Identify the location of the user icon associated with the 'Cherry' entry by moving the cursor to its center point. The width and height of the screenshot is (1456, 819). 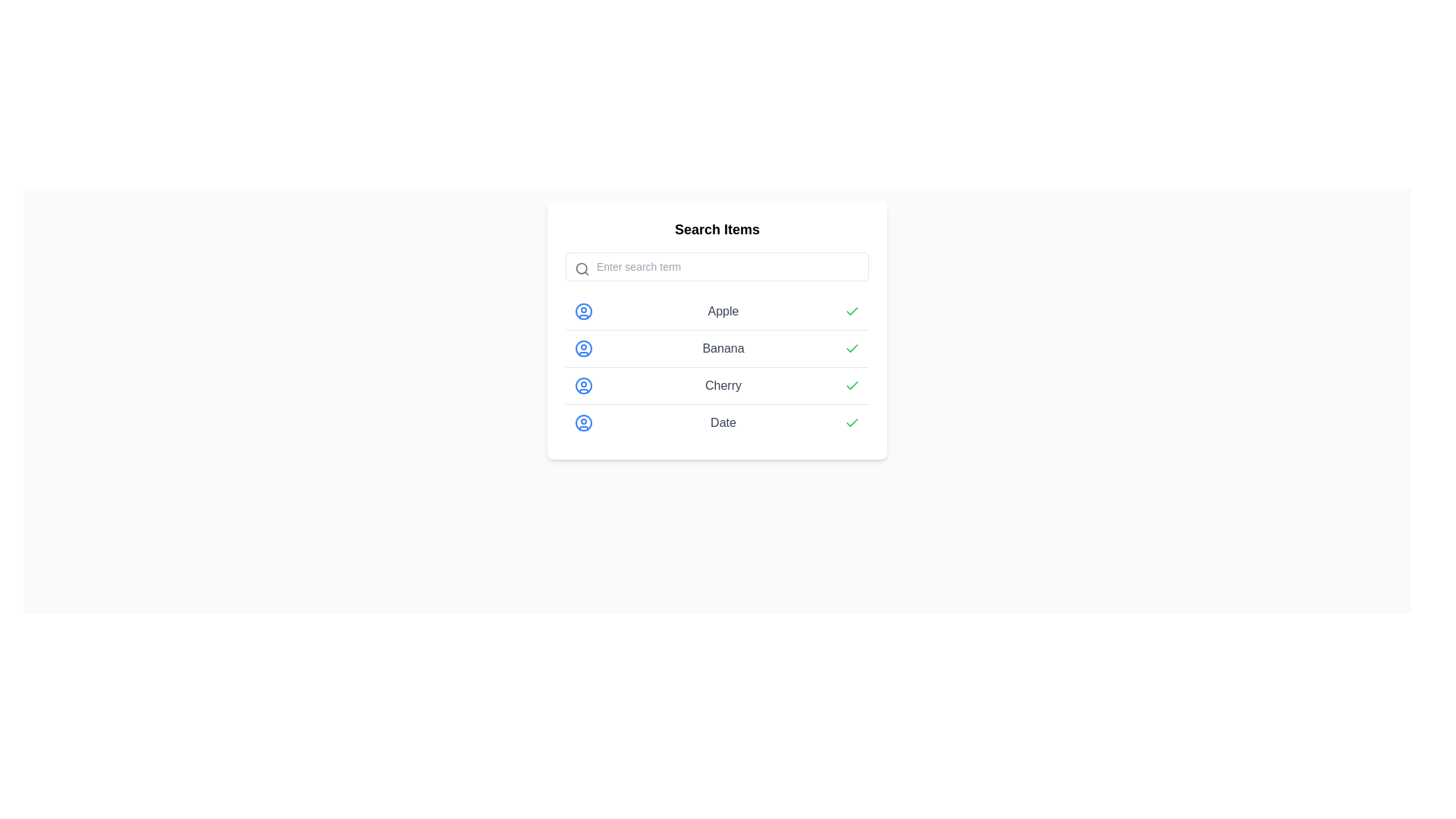
(582, 385).